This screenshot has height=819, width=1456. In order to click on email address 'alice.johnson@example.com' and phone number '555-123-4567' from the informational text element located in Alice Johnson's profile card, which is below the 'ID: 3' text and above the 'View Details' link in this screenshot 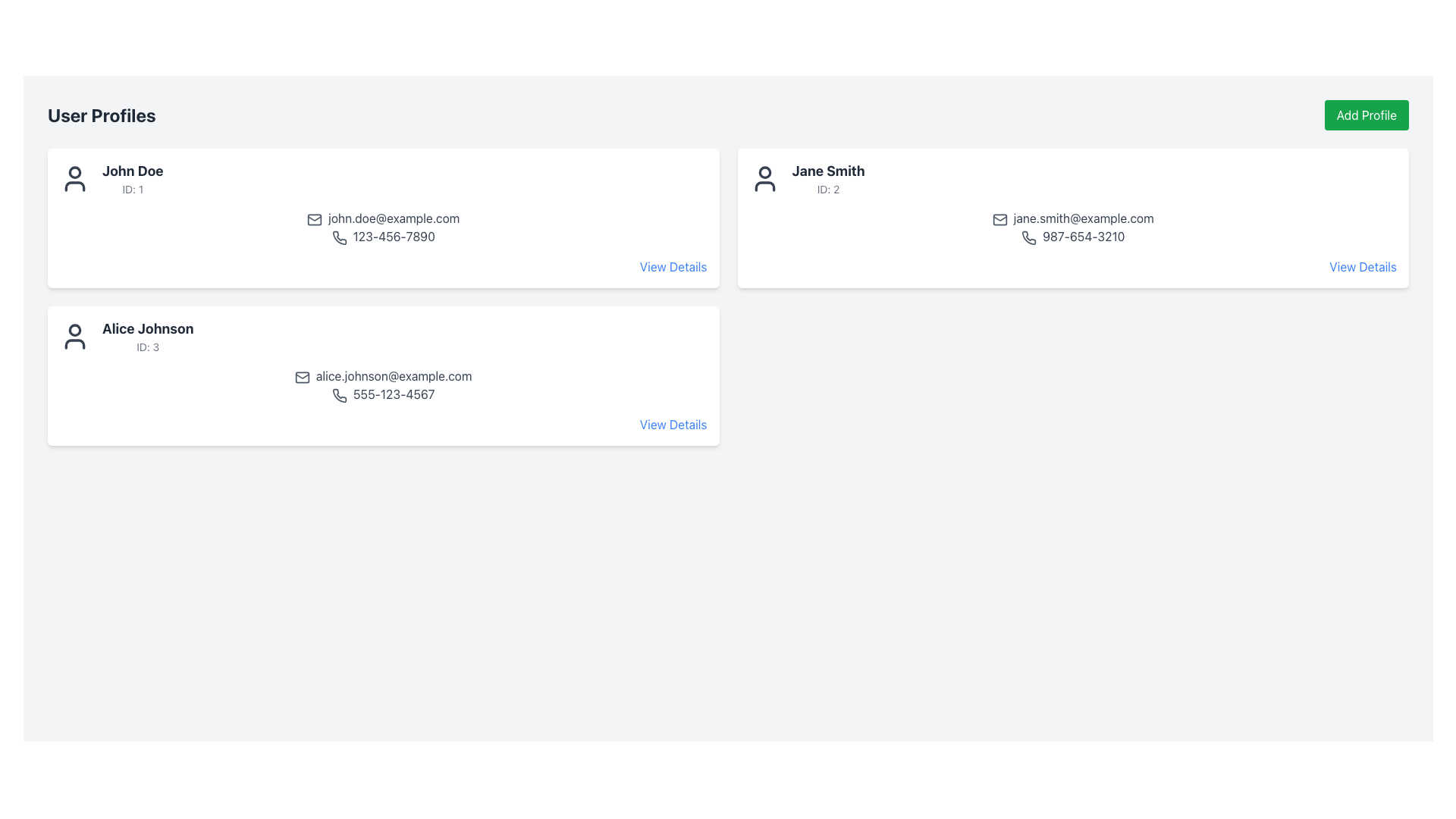, I will do `click(383, 384)`.